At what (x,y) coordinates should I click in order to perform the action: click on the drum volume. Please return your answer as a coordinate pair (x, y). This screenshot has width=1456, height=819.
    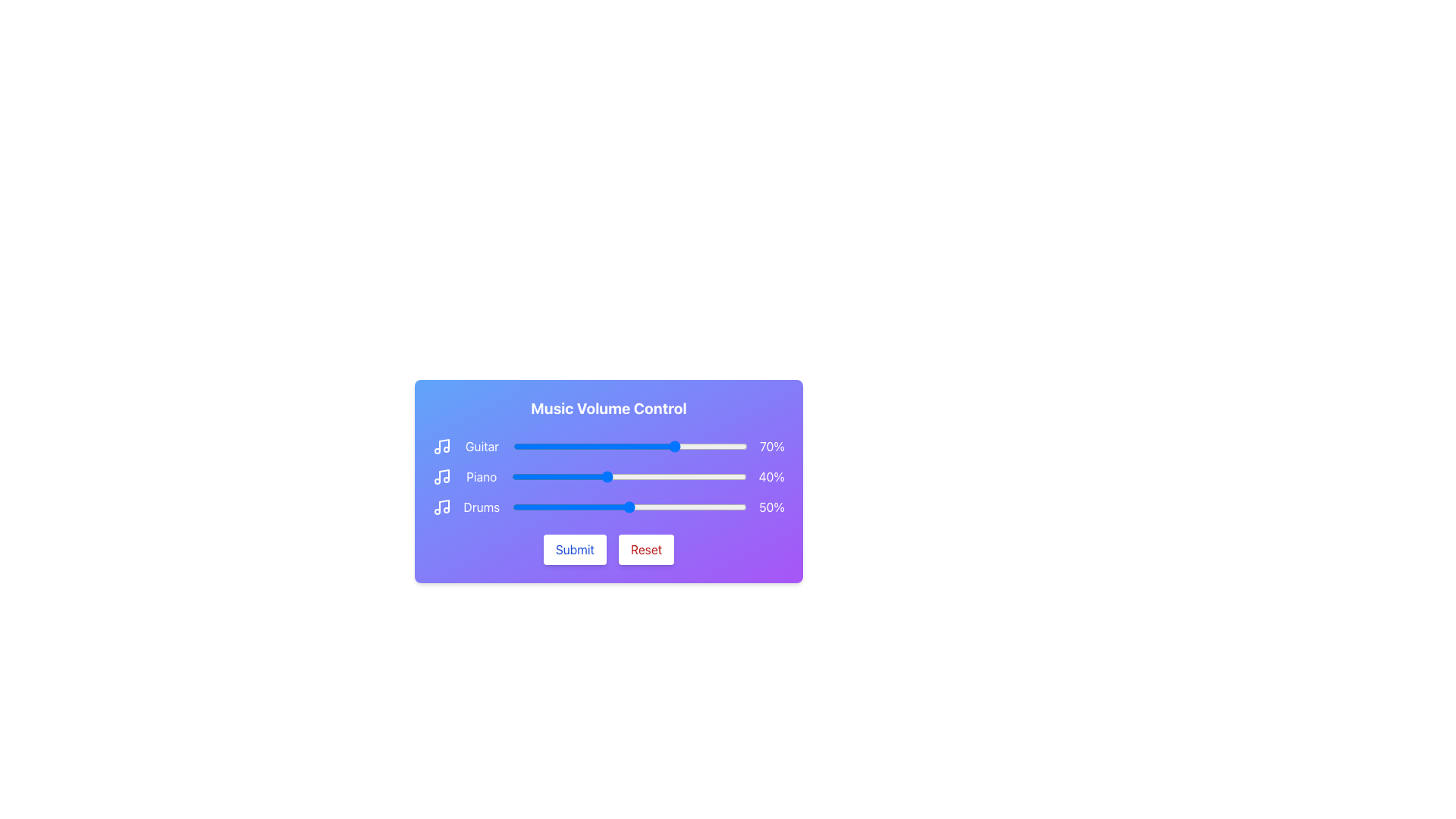
    Looking at the image, I should click on (737, 507).